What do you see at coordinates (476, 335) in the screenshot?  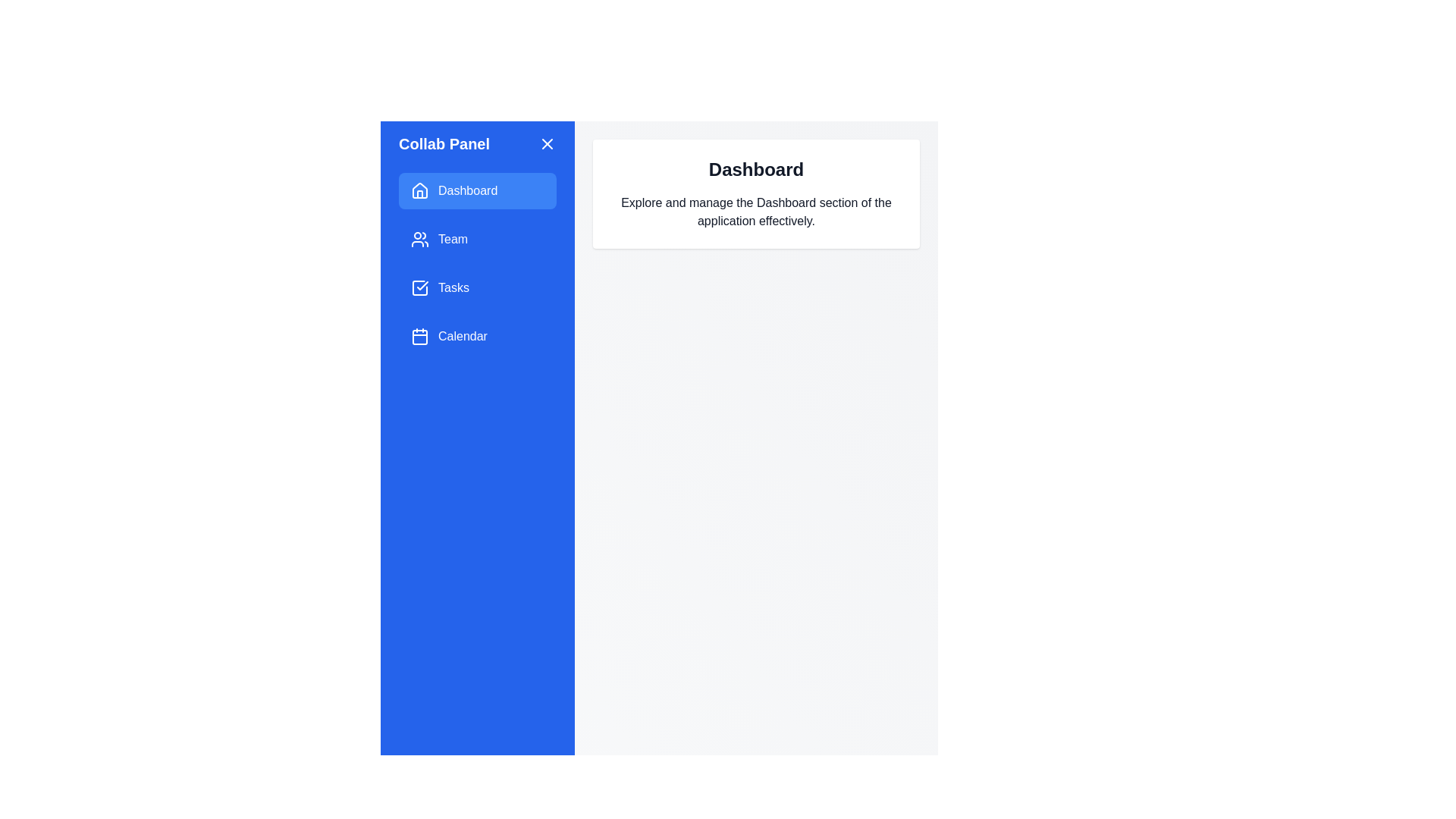 I see `the Calendar option from the navigation menu` at bounding box center [476, 335].